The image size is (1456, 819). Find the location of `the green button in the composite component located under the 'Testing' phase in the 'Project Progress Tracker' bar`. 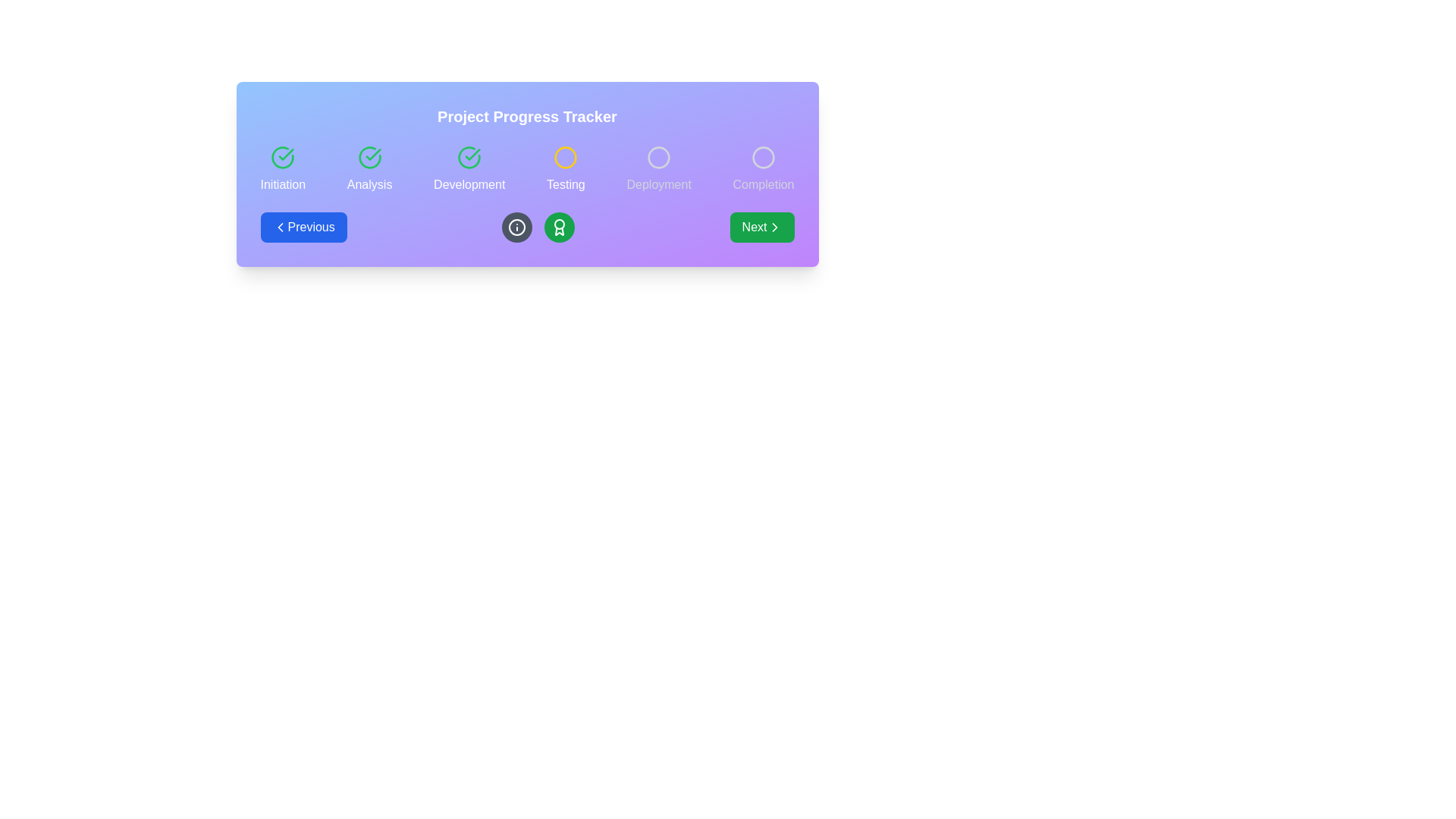

the green button in the composite component located under the 'Testing' phase in the 'Project Progress Tracker' bar is located at coordinates (538, 227).